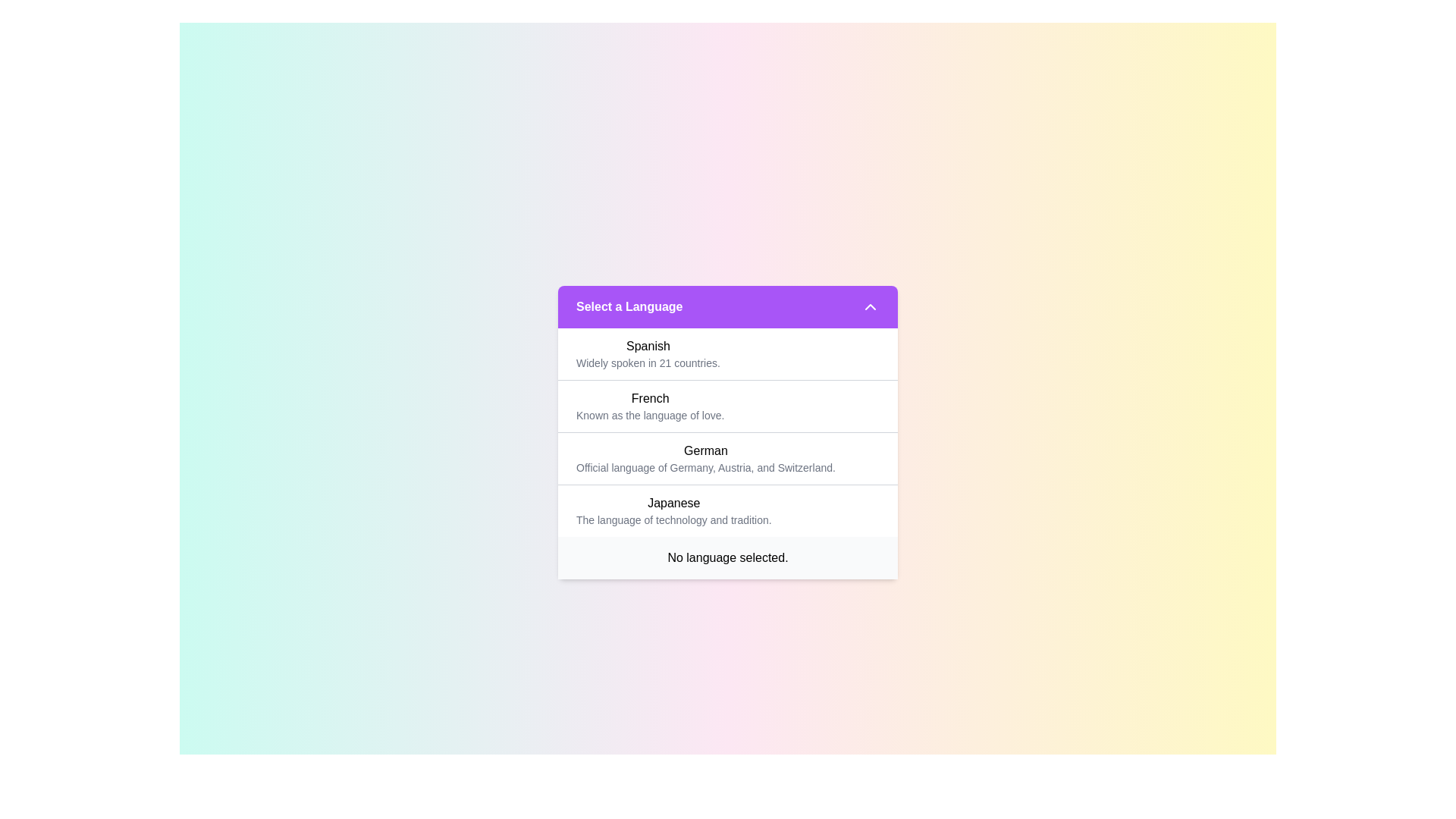 Image resolution: width=1456 pixels, height=819 pixels. Describe the element at coordinates (728, 457) in the screenshot. I see `the selectable list item for 'German', which is the third option in the dropdown menu located between 'French' and 'Japanese'` at that location.